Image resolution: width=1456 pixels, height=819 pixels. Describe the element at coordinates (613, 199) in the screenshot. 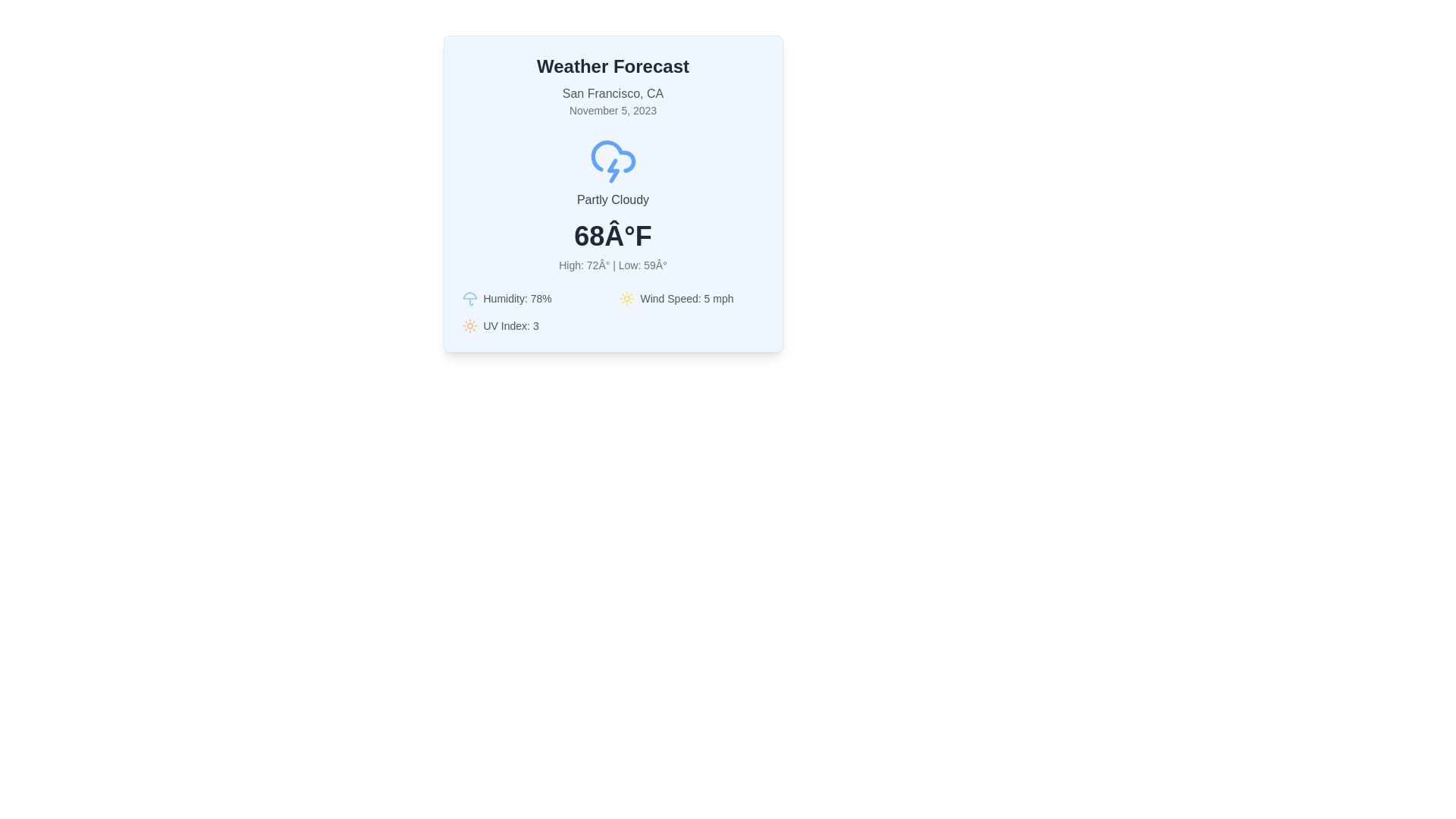

I see `the label element that describes the current weather condition, located directly below the weather icon (cloud with lightning bolt) and above the temperature value ('68°F')` at that location.